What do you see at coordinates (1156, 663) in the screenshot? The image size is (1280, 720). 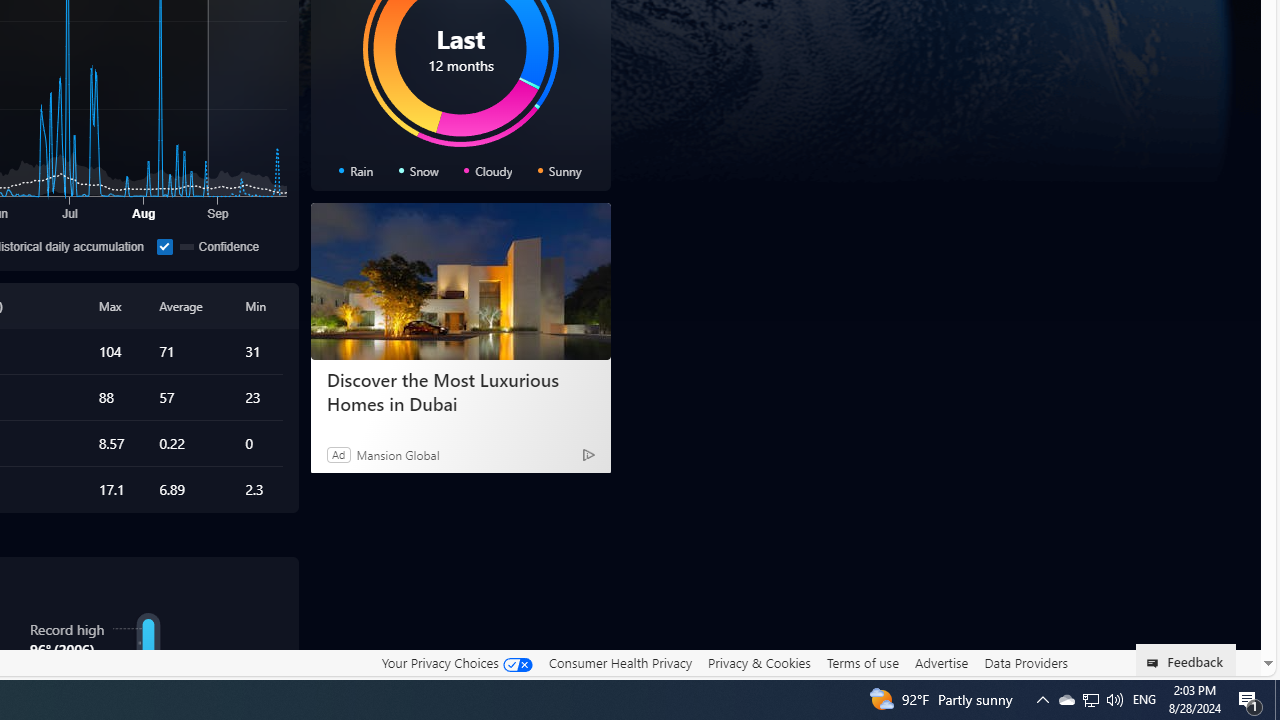 I see `'Class: feedback_link_icon-DS-EntryPoint1-1'` at bounding box center [1156, 663].